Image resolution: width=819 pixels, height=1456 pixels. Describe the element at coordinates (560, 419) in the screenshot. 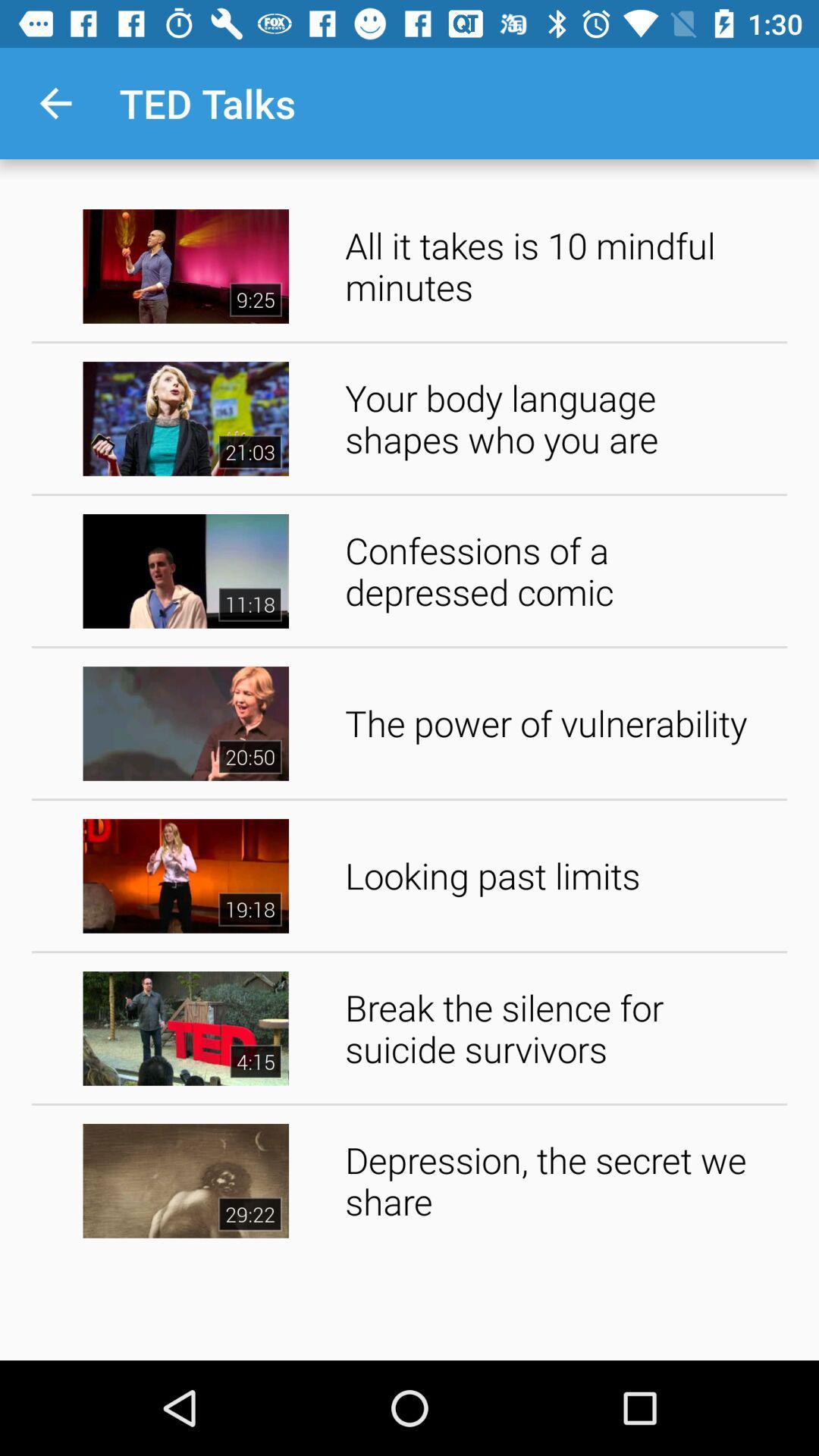

I see `icon below the all it takes icon` at that location.